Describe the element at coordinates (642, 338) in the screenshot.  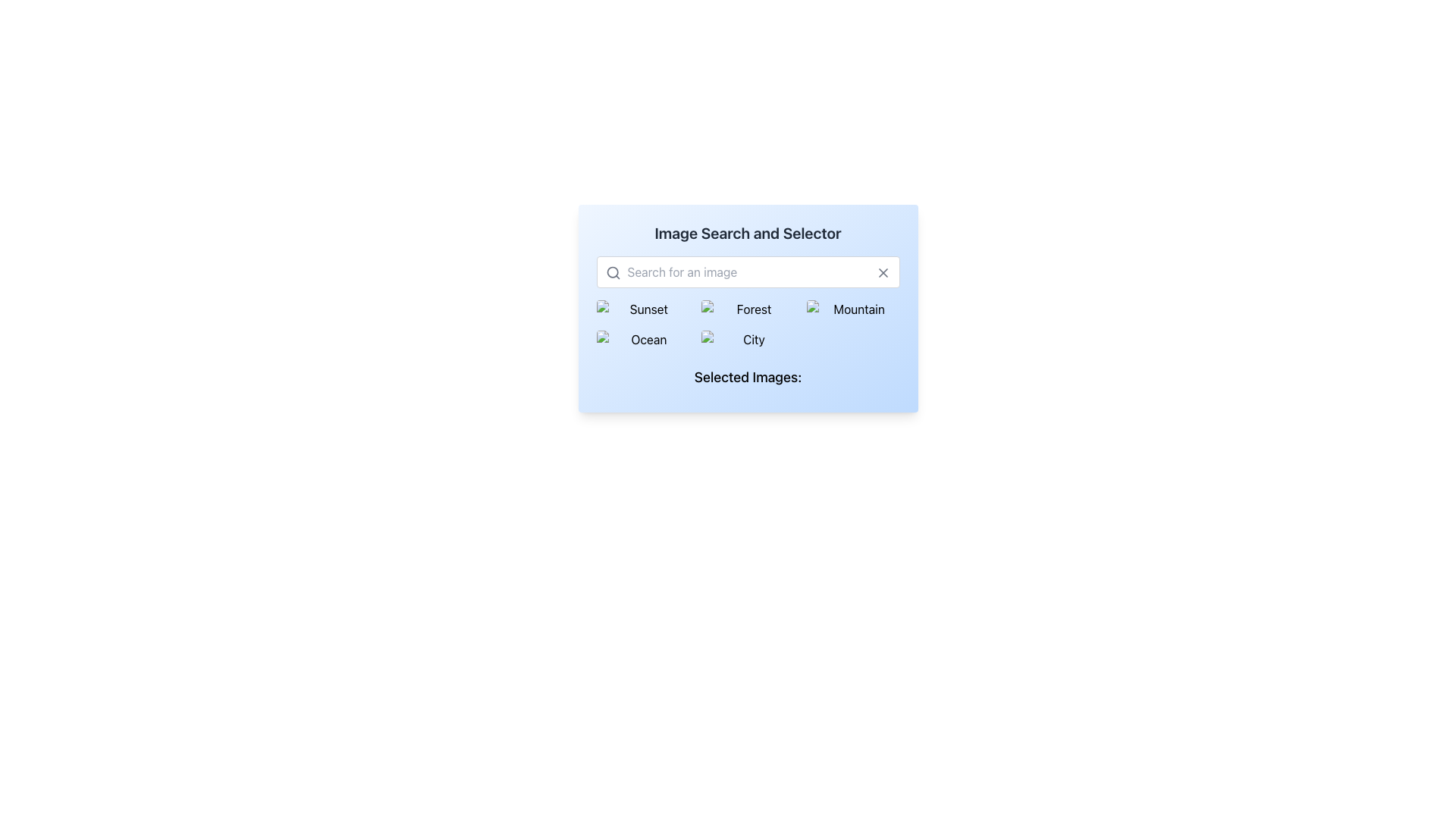
I see `the button that selects the 'Ocean' image` at that location.